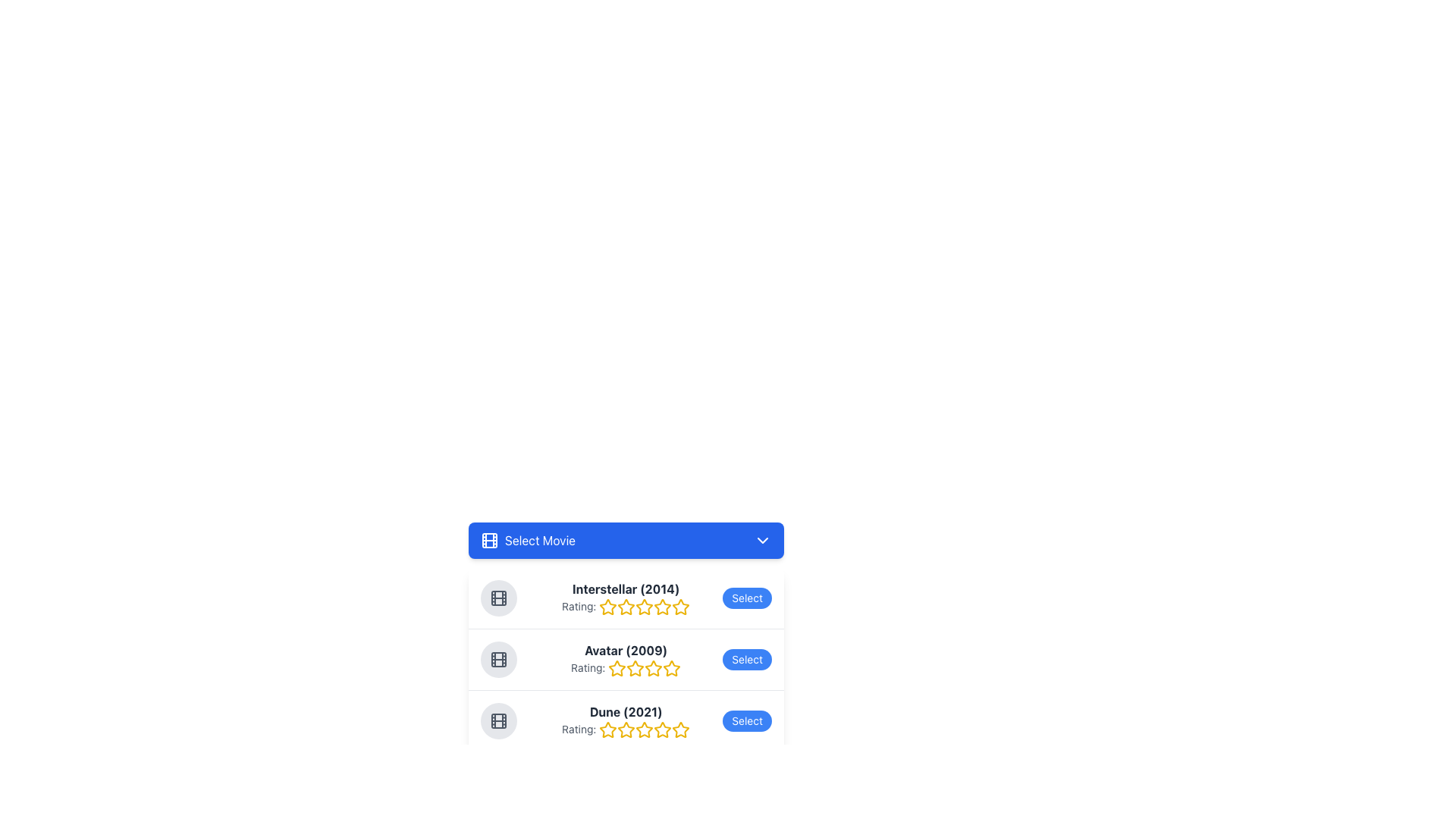  Describe the element at coordinates (498, 659) in the screenshot. I see `the Avatar icon representing the movie 'Avatar (2009)'` at that location.